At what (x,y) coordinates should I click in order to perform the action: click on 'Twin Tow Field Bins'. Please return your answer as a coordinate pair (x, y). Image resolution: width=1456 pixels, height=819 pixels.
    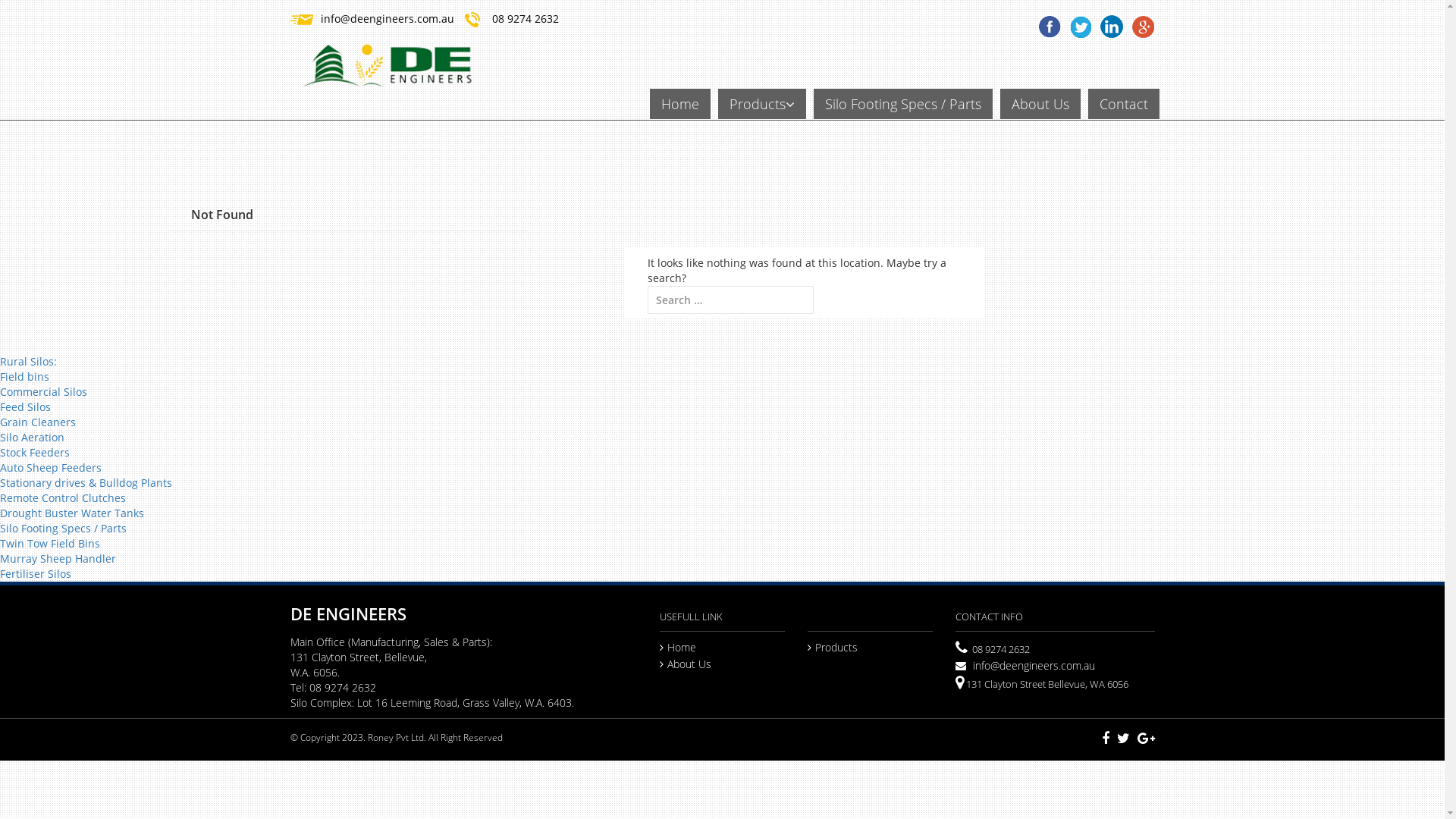
    Looking at the image, I should click on (50, 542).